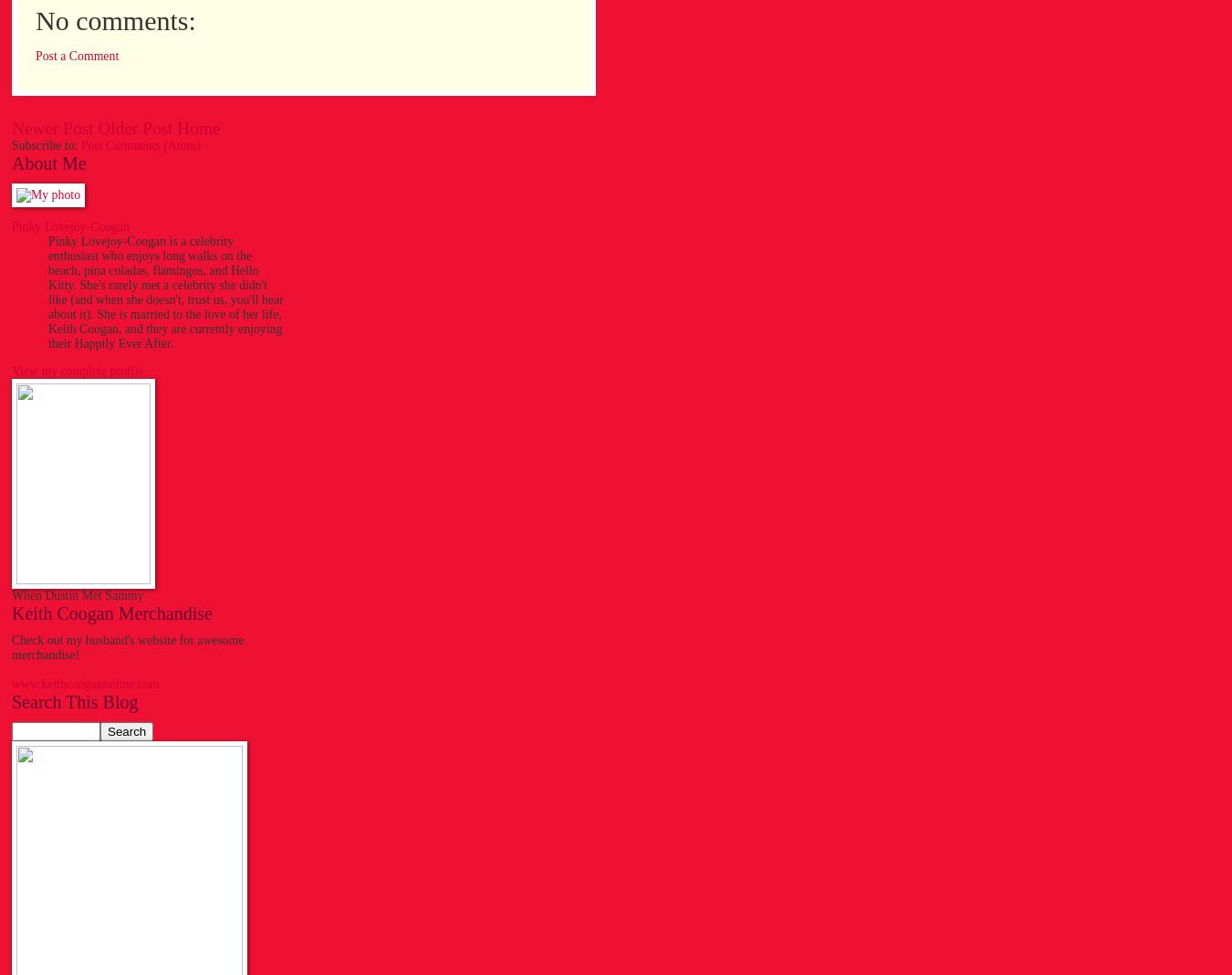 This screenshot has width=1232, height=975. I want to click on 'Check out my husband's website for awesome merchandise!', so click(127, 646).